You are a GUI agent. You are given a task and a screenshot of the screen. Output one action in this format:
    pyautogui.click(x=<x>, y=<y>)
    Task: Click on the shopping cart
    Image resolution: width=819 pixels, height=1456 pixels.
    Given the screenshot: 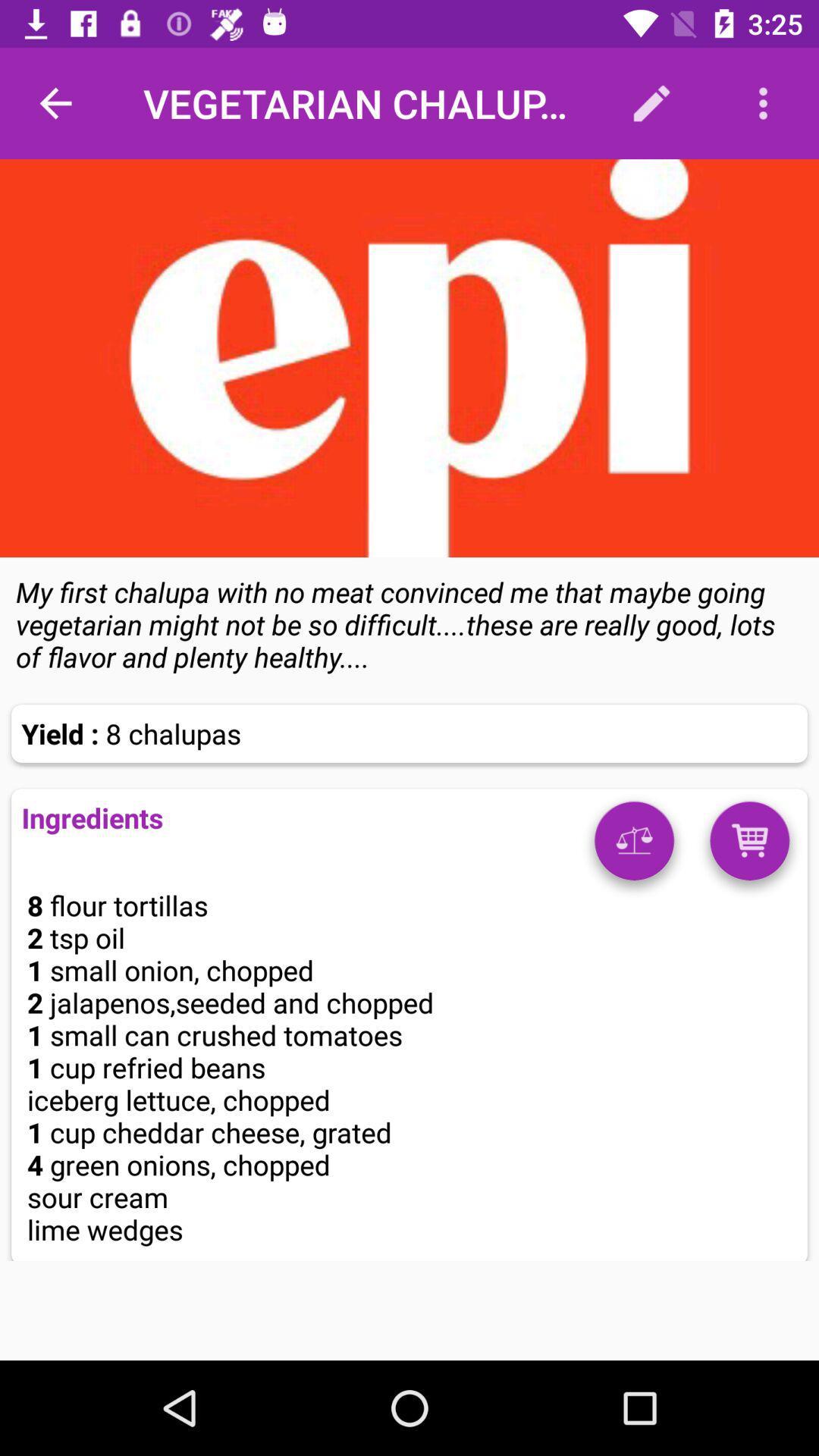 What is the action you would take?
    pyautogui.click(x=748, y=846)
    